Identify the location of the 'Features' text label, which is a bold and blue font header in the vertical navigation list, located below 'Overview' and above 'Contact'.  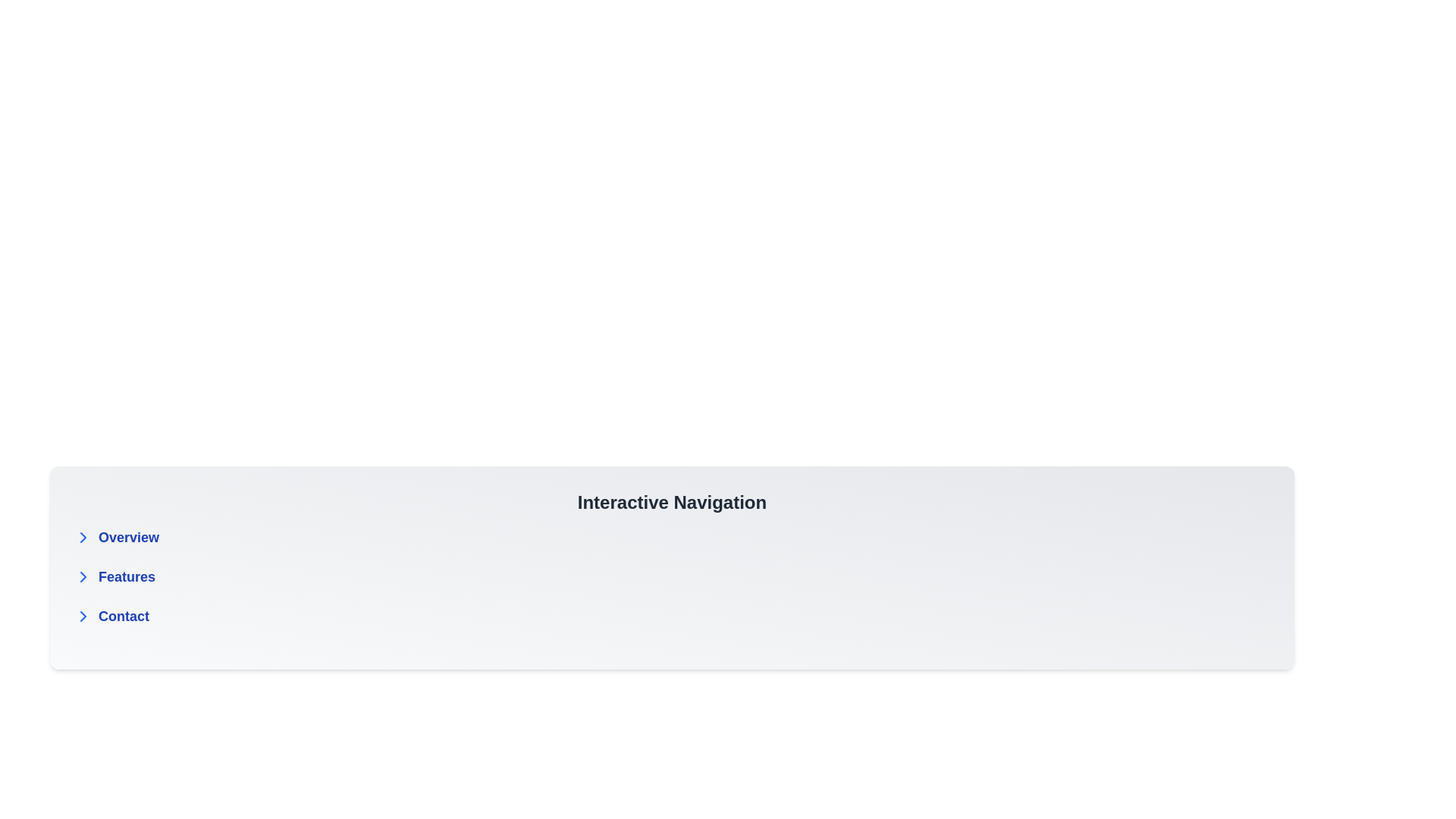
(127, 576).